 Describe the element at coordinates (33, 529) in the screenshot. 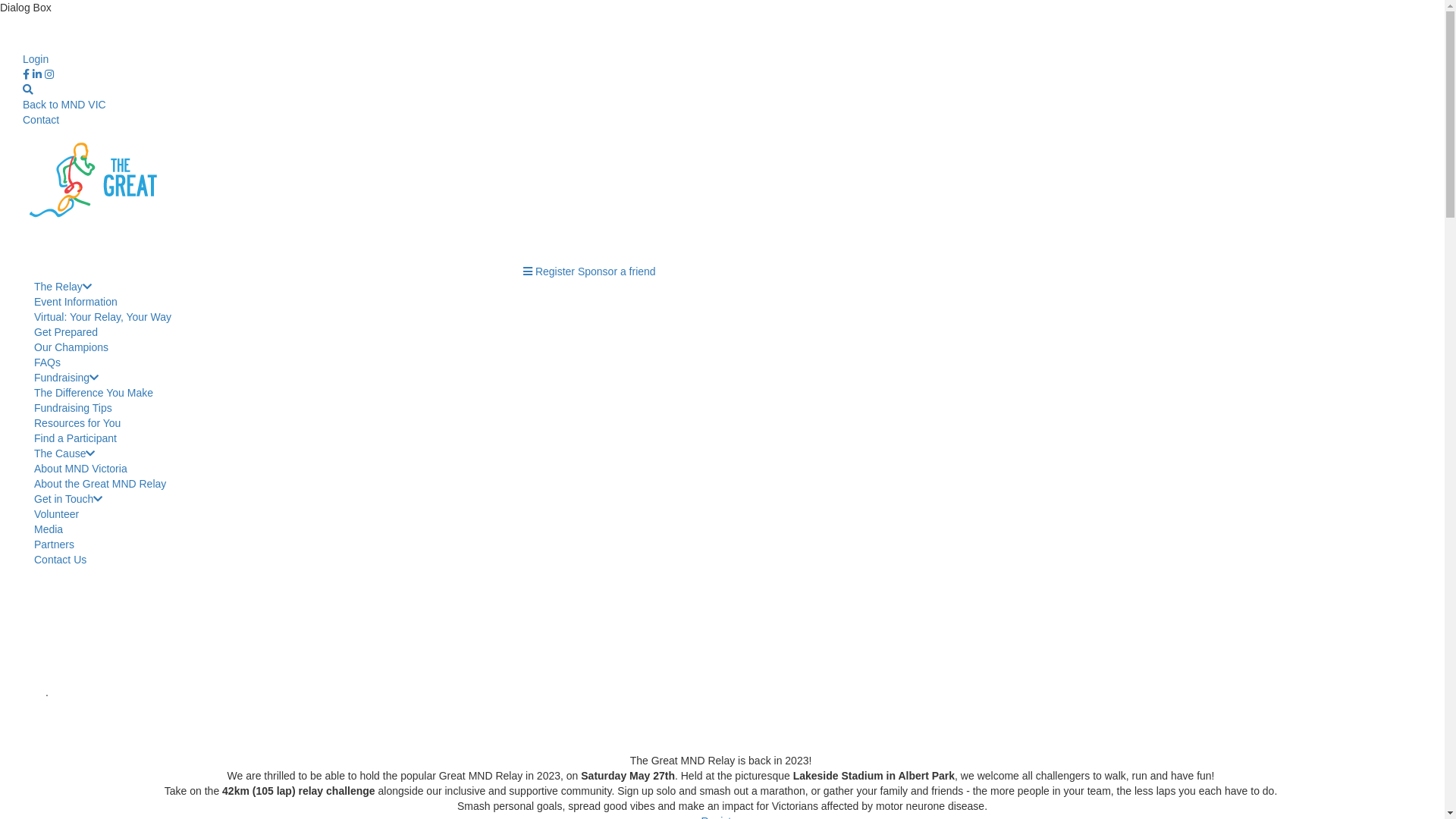

I see `'Media'` at that location.